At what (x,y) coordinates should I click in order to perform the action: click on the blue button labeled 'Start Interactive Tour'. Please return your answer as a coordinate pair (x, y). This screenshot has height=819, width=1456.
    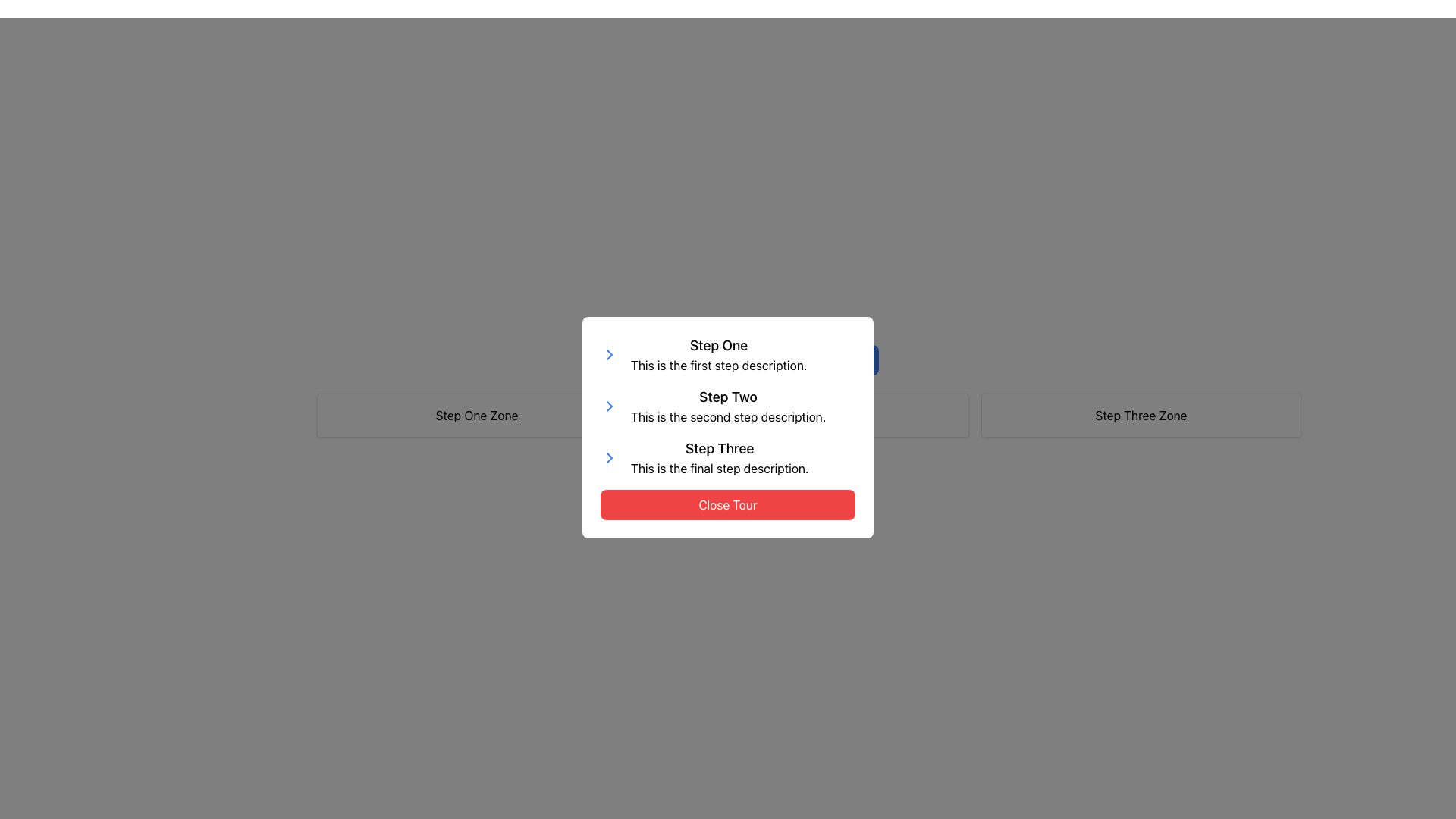
    Looking at the image, I should click on (808, 359).